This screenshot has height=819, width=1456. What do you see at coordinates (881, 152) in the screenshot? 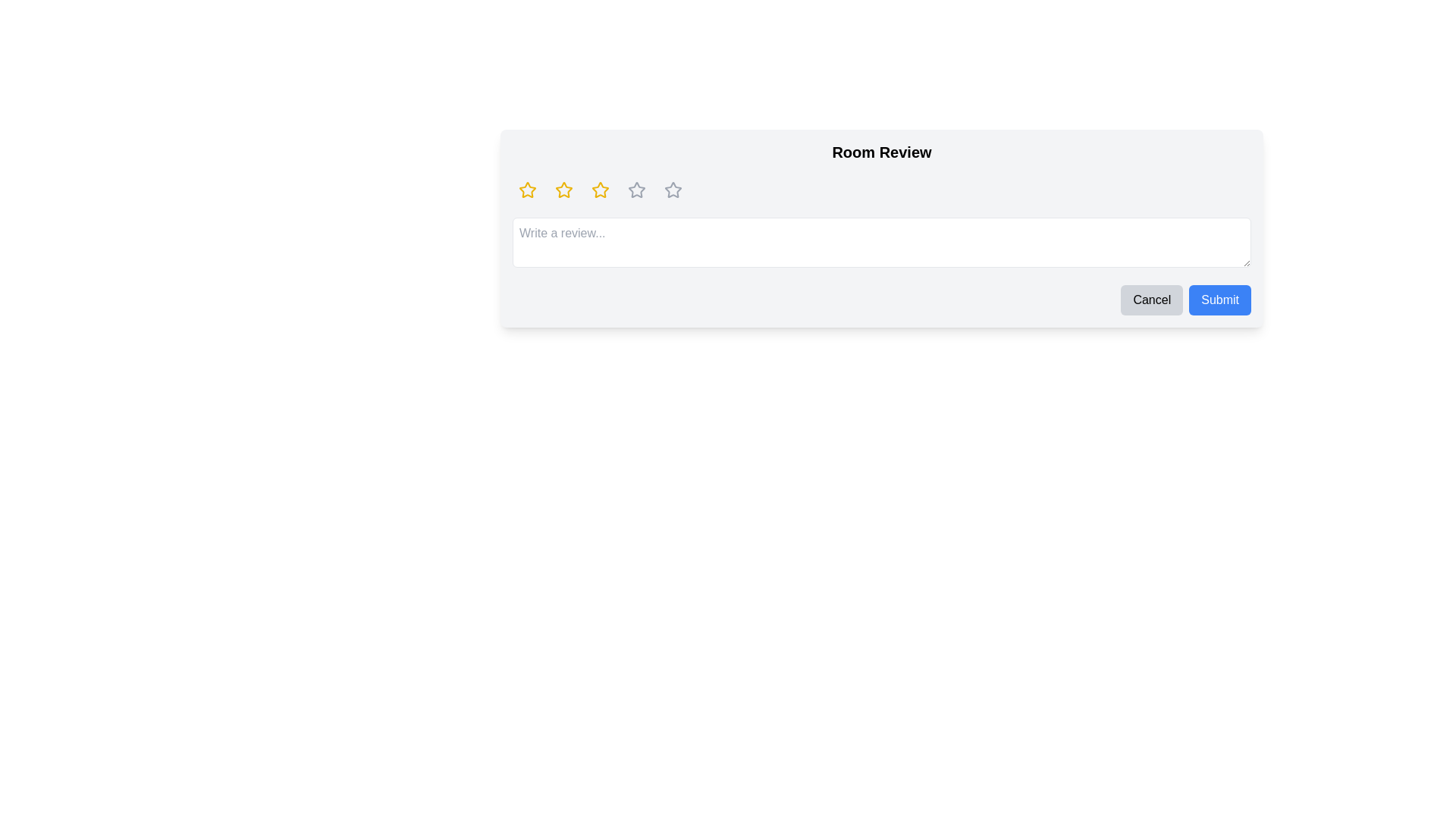
I see `the 'Room Review' text label, which is styled in bold and larger font, located at the top of a card-like section above a row of star icons` at bounding box center [881, 152].